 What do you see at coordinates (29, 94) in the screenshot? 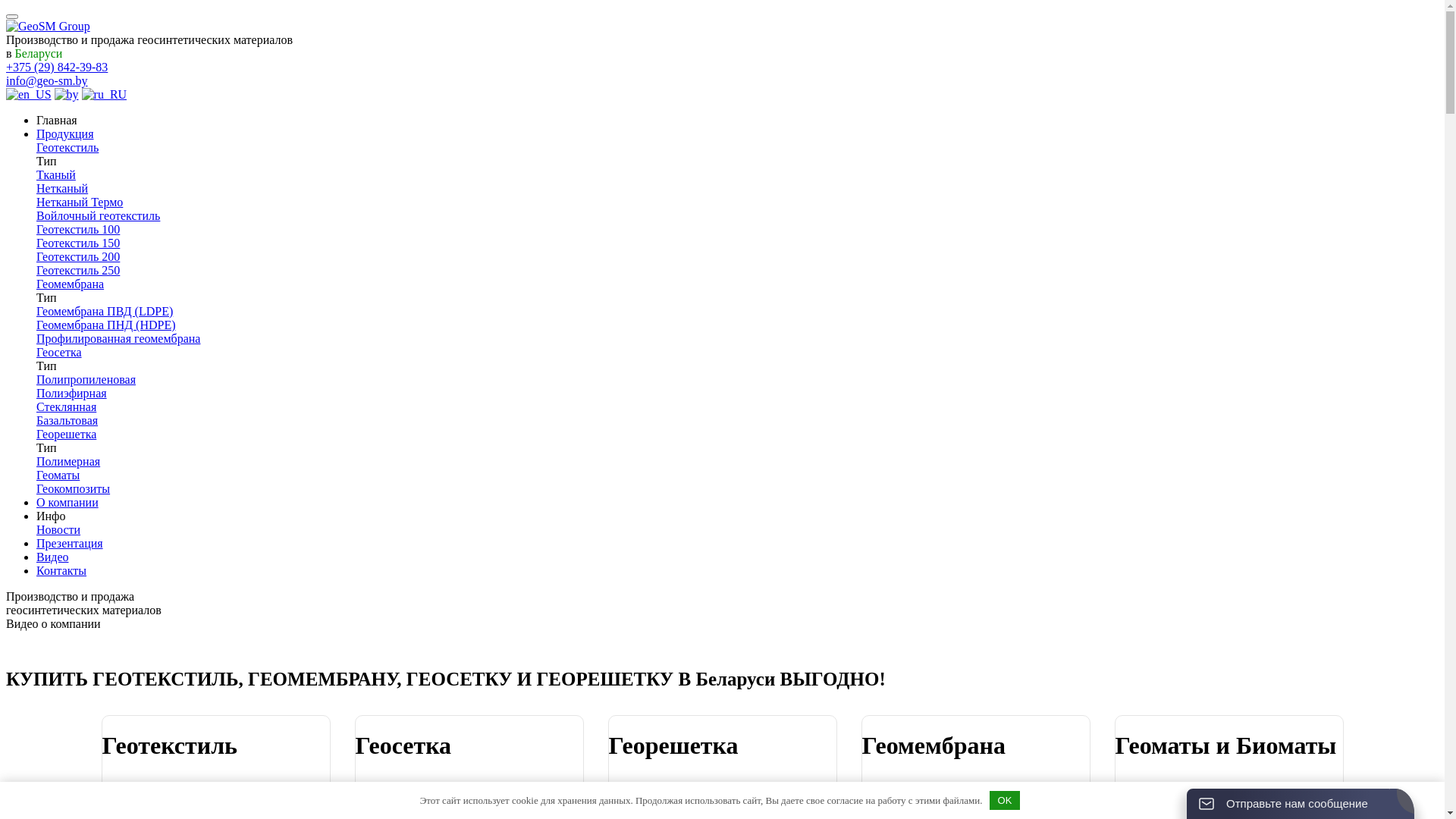
I see `'English'` at bounding box center [29, 94].